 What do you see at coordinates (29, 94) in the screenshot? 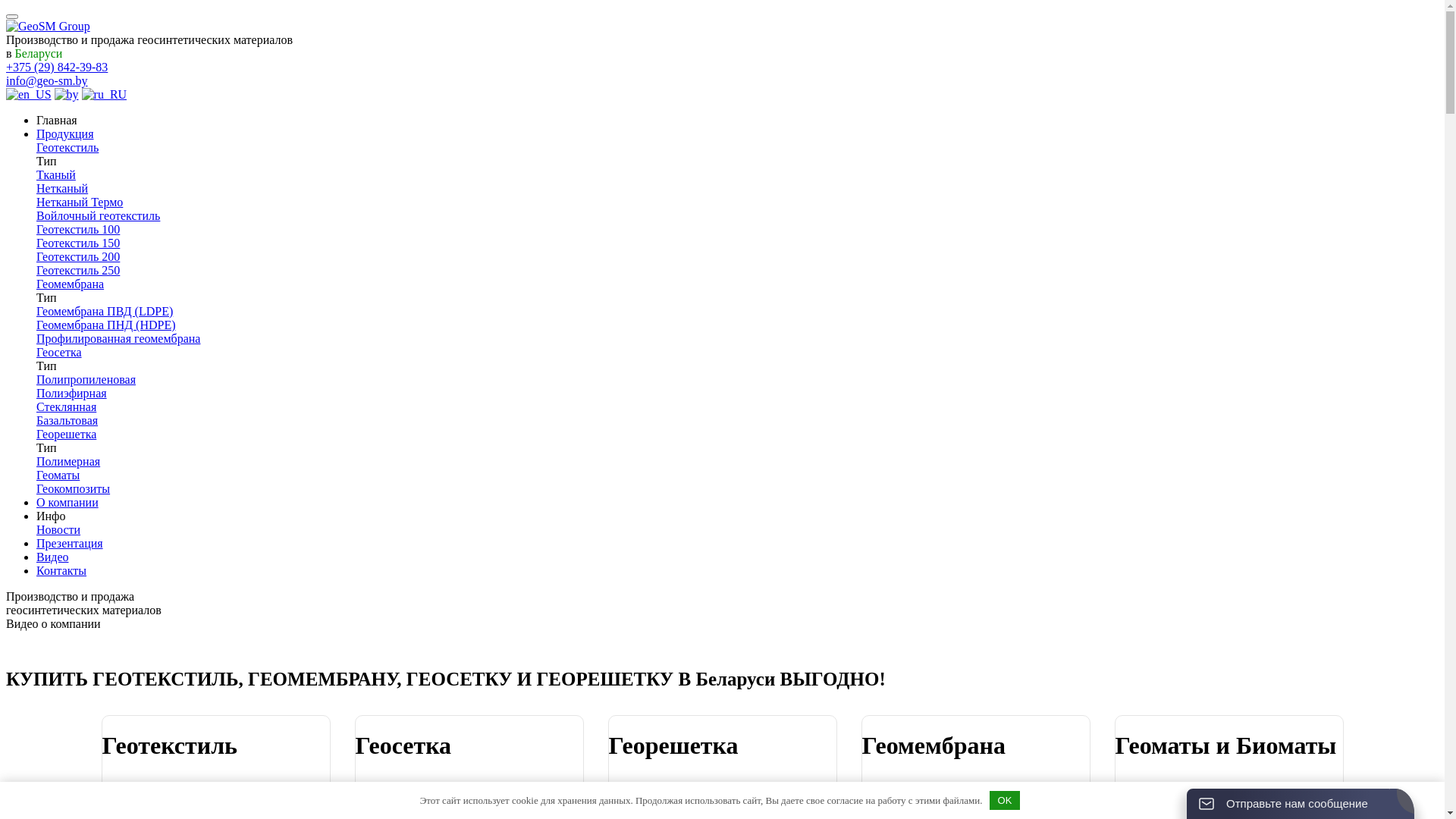
I see `'English'` at bounding box center [29, 94].